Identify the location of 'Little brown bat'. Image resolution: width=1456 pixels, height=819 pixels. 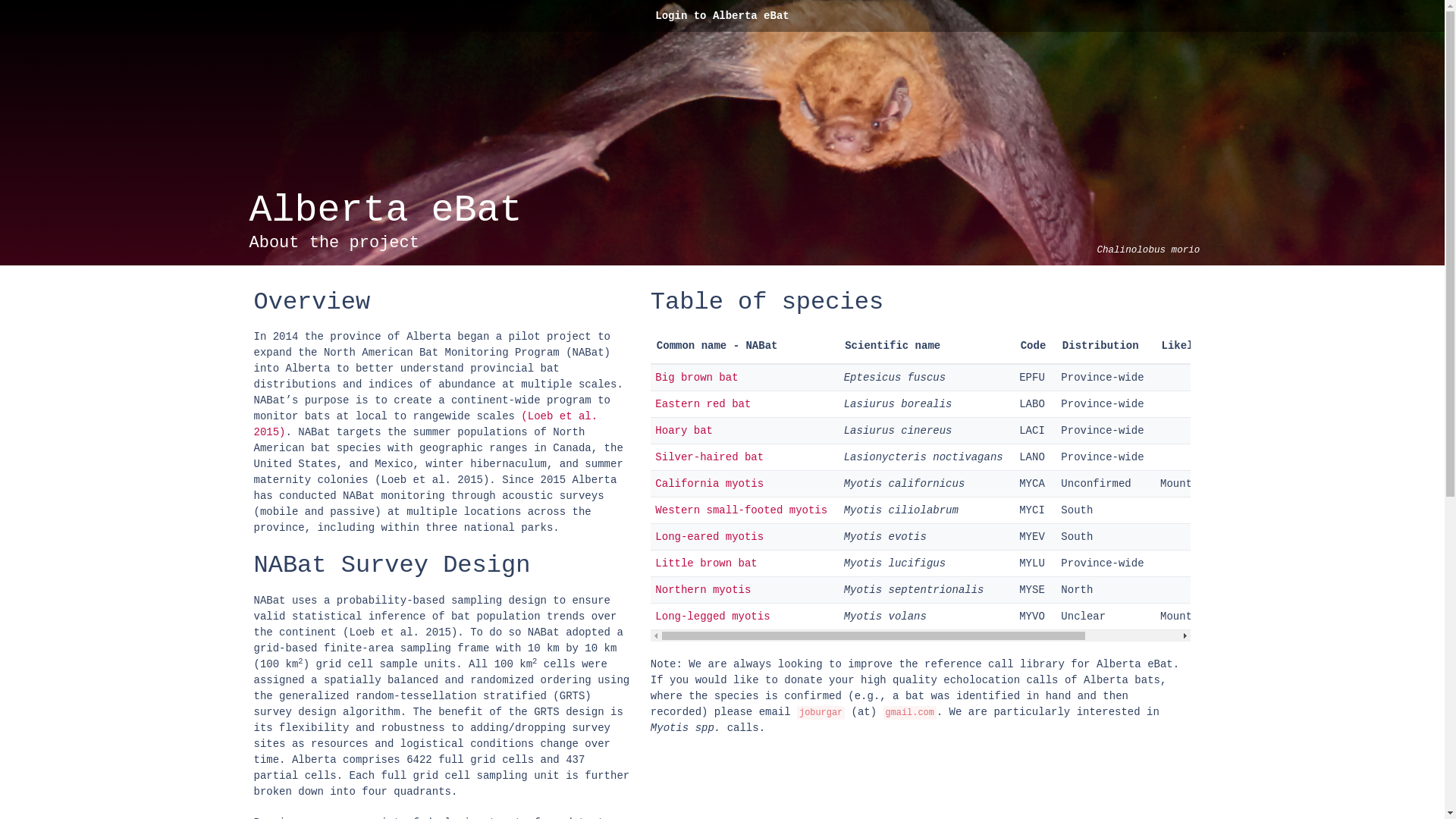
(705, 563).